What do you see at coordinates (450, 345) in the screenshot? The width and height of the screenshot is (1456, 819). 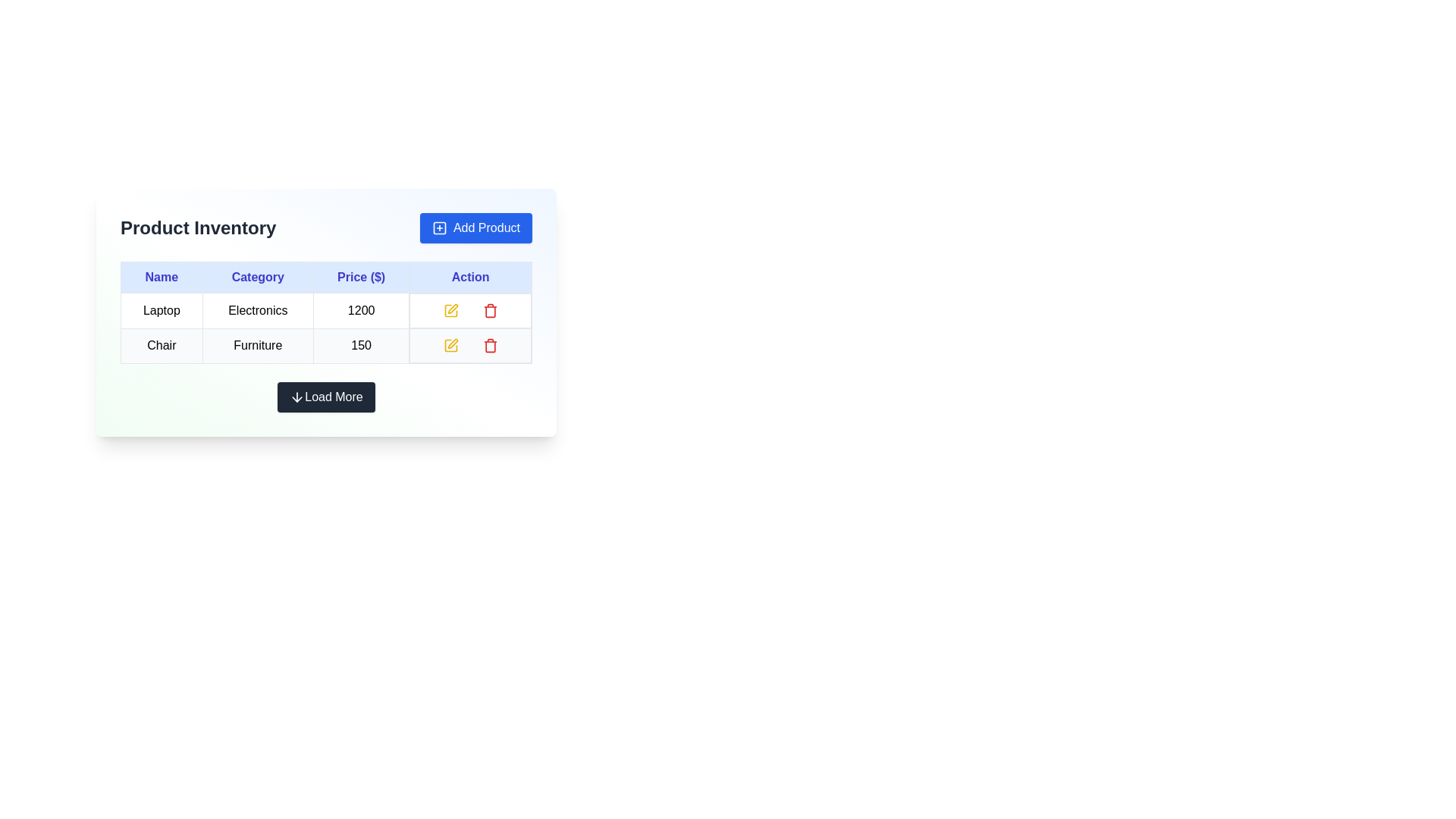 I see `the editing icon in the 'Action' column of the 'Chair' row` at bounding box center [450, 345].